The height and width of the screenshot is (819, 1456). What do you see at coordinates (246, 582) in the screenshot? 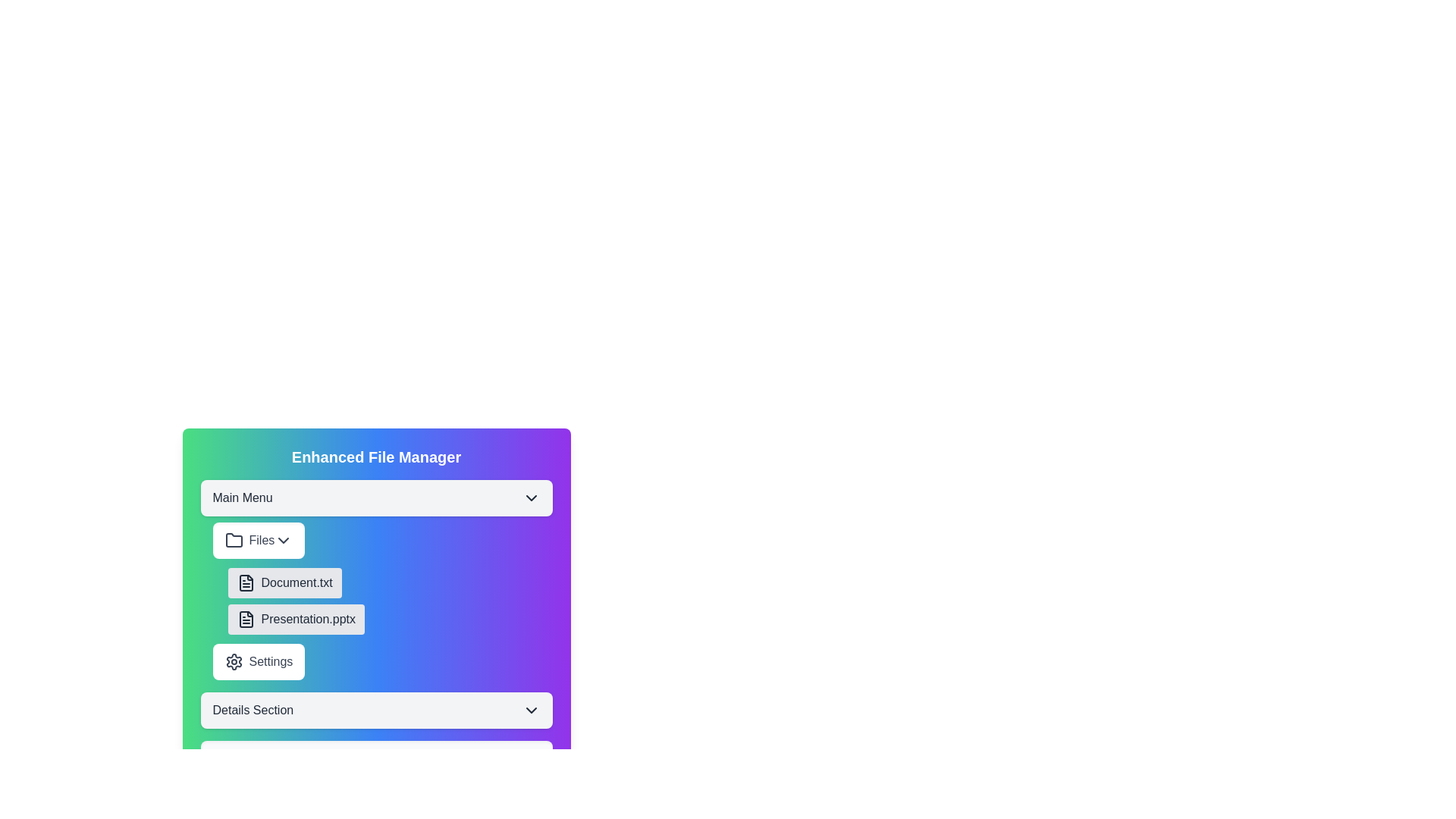
I see `the document icon representing 'Document.txt' by hovering over it` at bounding box center [246, 582].